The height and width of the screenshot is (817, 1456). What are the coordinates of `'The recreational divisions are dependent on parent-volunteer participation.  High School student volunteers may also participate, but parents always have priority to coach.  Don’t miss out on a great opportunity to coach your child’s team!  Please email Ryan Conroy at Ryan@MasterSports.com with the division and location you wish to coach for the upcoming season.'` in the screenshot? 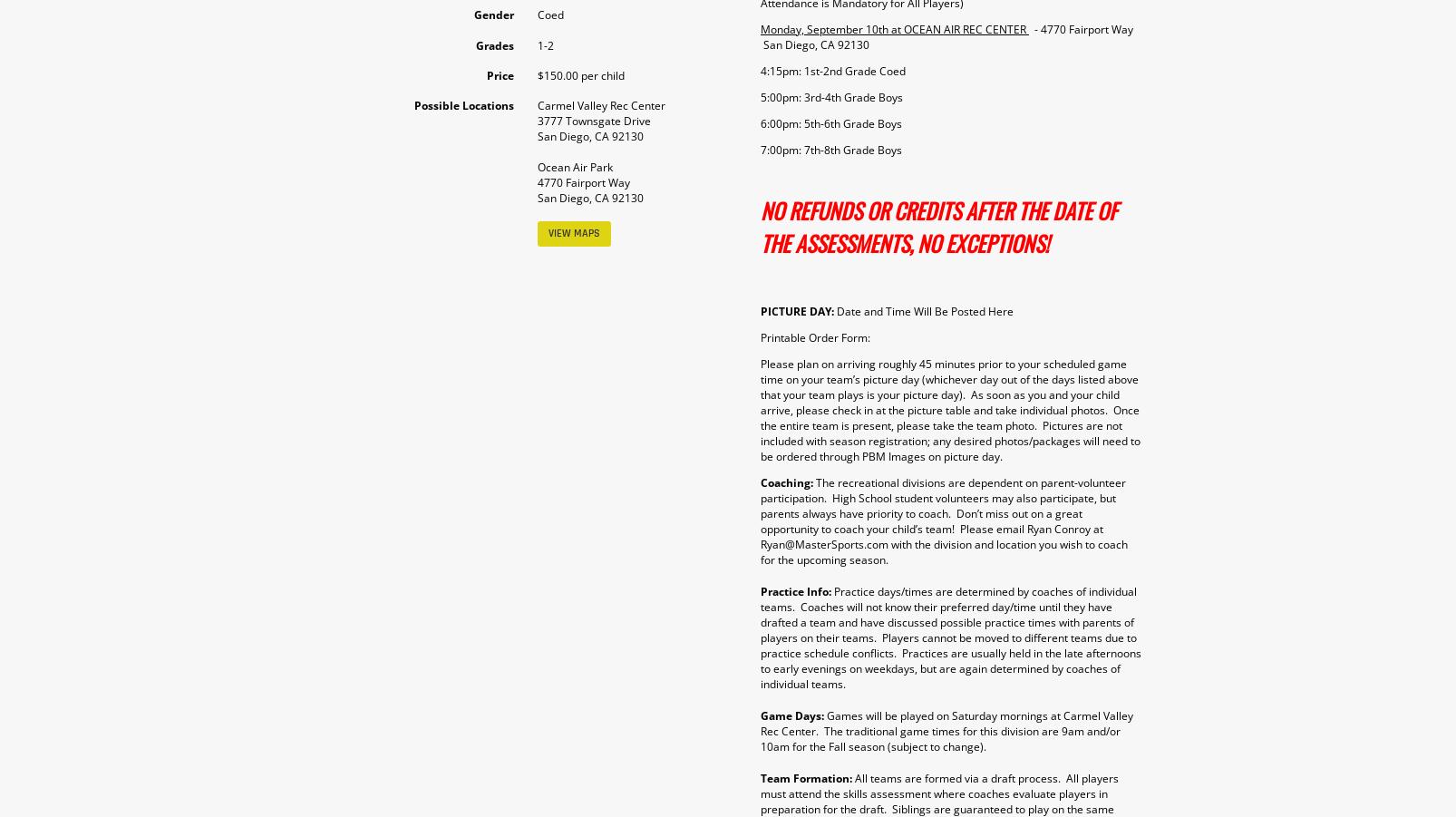 It's located at (759, 520).